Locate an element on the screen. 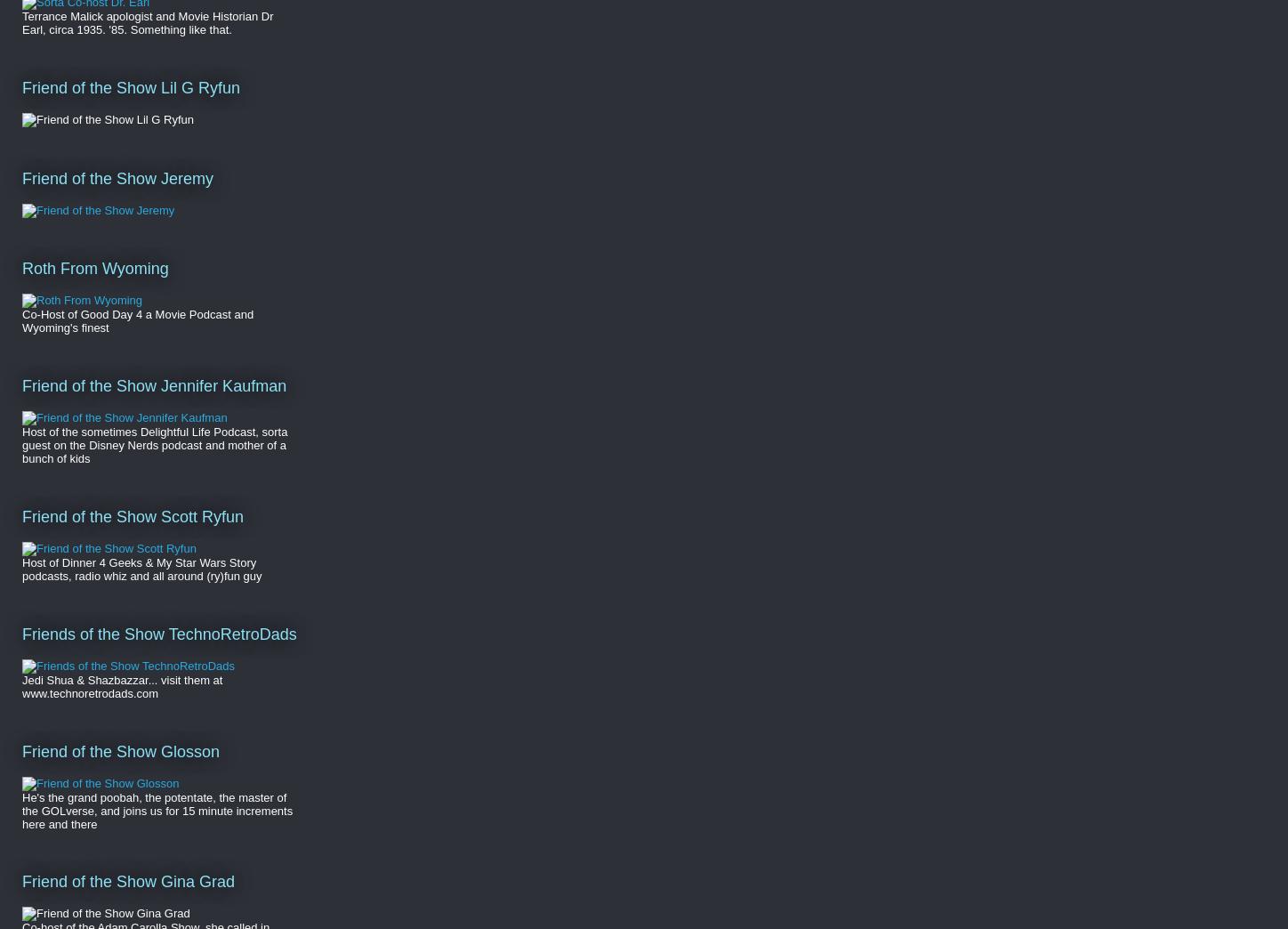  'Friend of the Show Lil G Ryfun' is located at coordinates (130, 87).